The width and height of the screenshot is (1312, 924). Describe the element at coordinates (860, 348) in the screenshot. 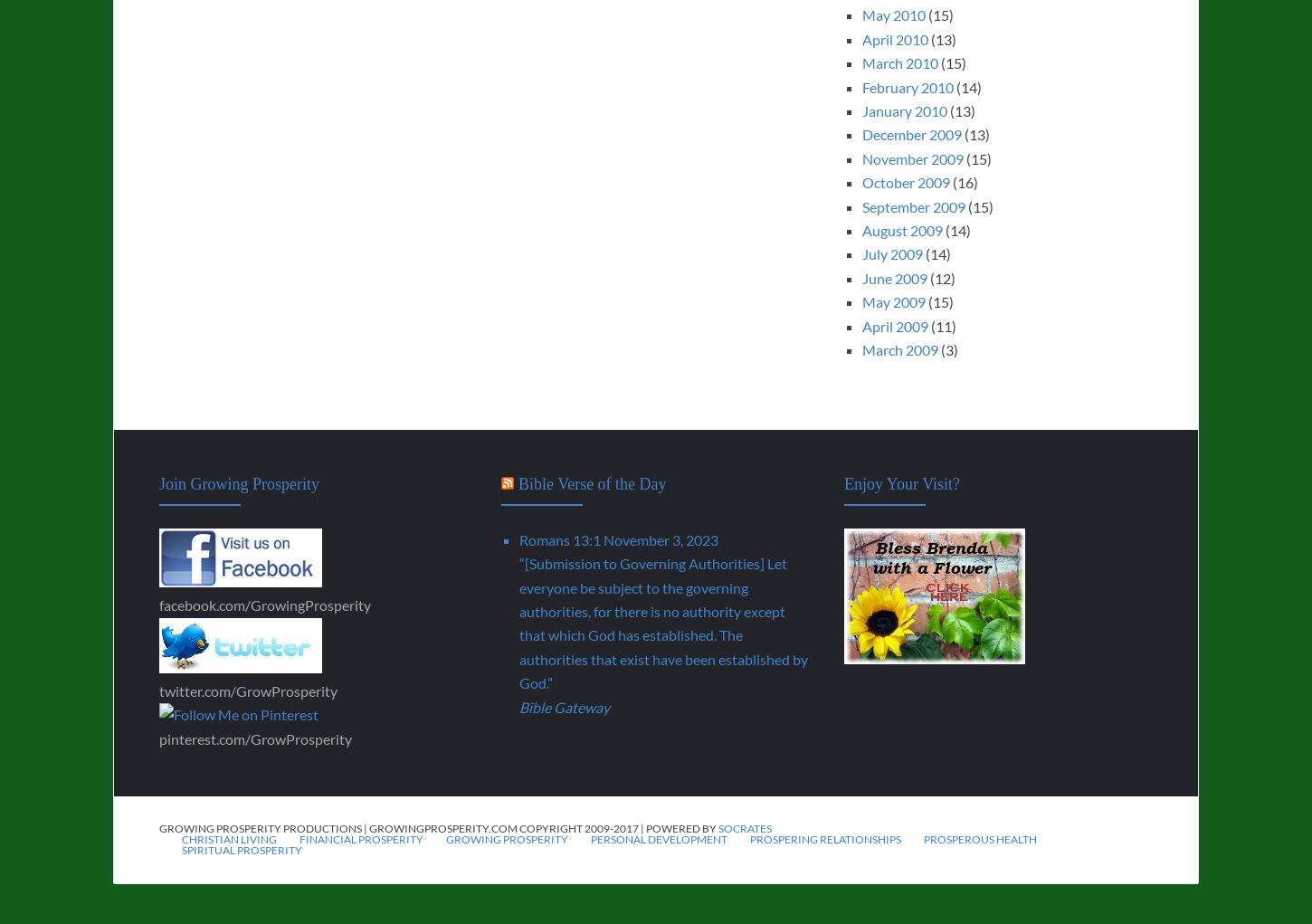

I see `'March 2009'` at that location.